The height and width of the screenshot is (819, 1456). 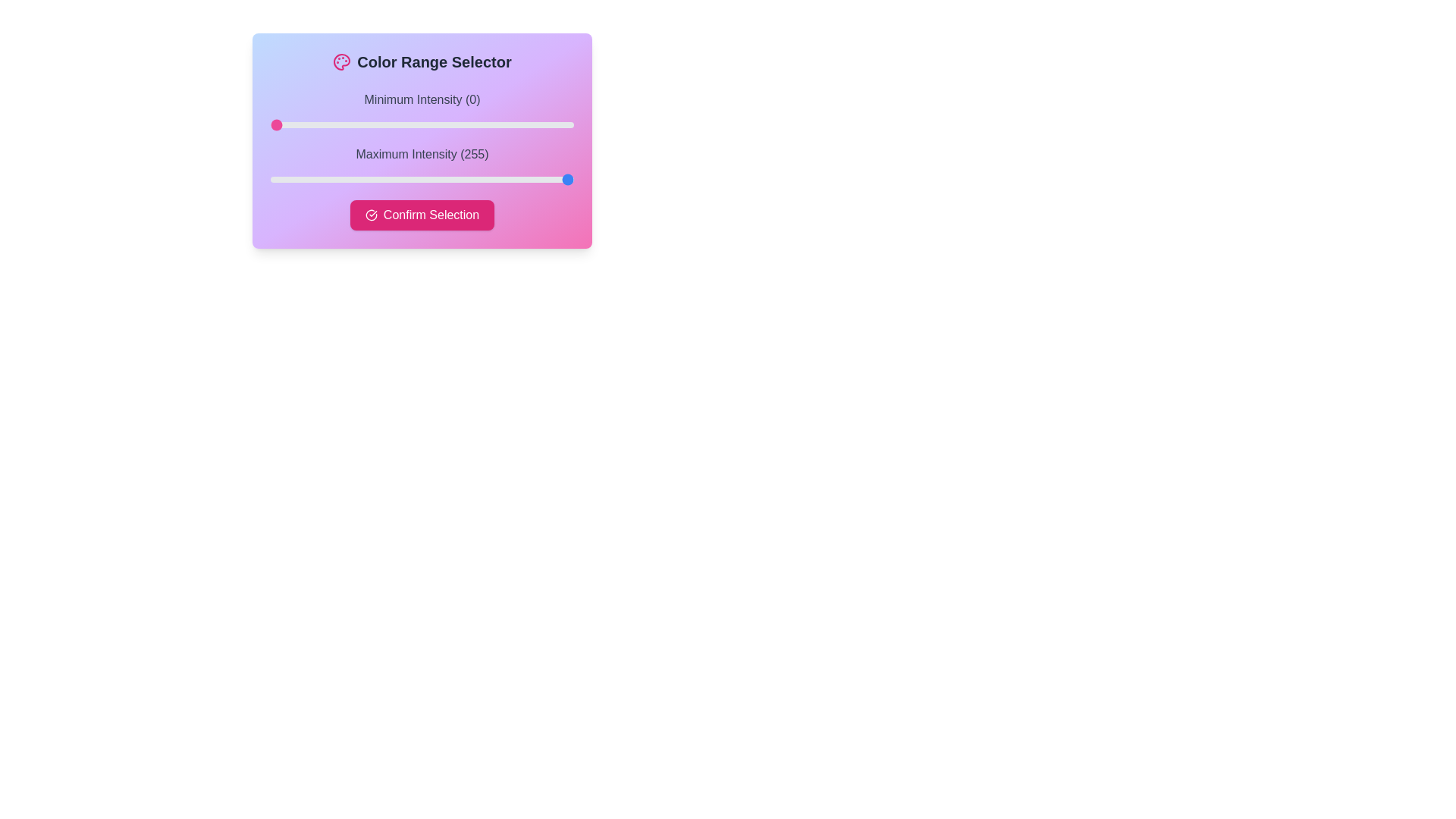 What do you see at coordinates (562, 124) in the screenshot?
I see `the minimum intensity slider to 246 value` at bounding box center [562, 124].